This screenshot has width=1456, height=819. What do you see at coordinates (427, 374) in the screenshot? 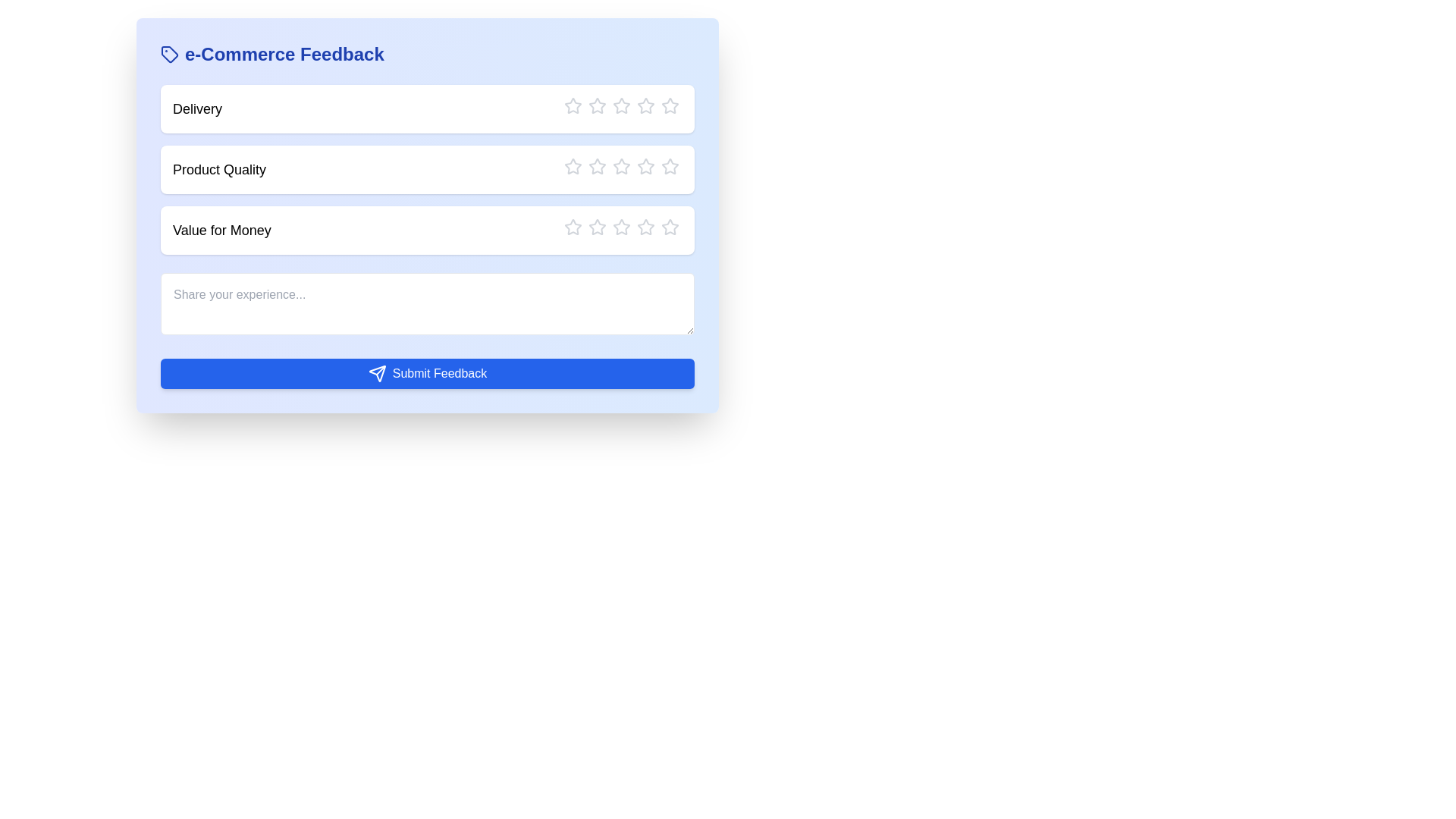
I see `the 'Submit Feedback' button` at bounding box center [427, 374].